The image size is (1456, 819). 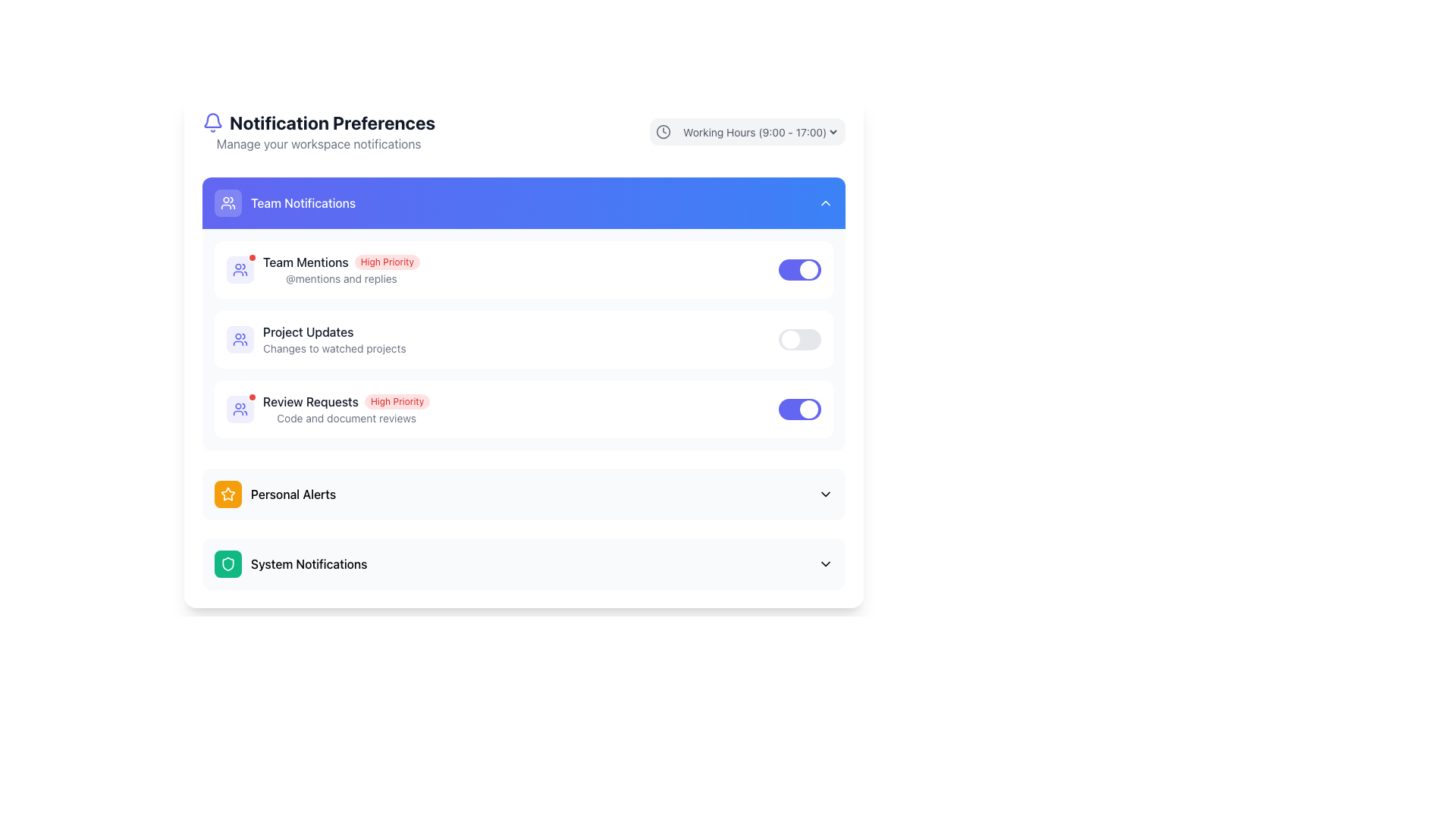 What do you see at coordinates (799, 409) in the screenshot?
I see `the third toggle switch for 'Review Requests' notifications in the 'Team Notifications' group` at bounding box center [799, 409].